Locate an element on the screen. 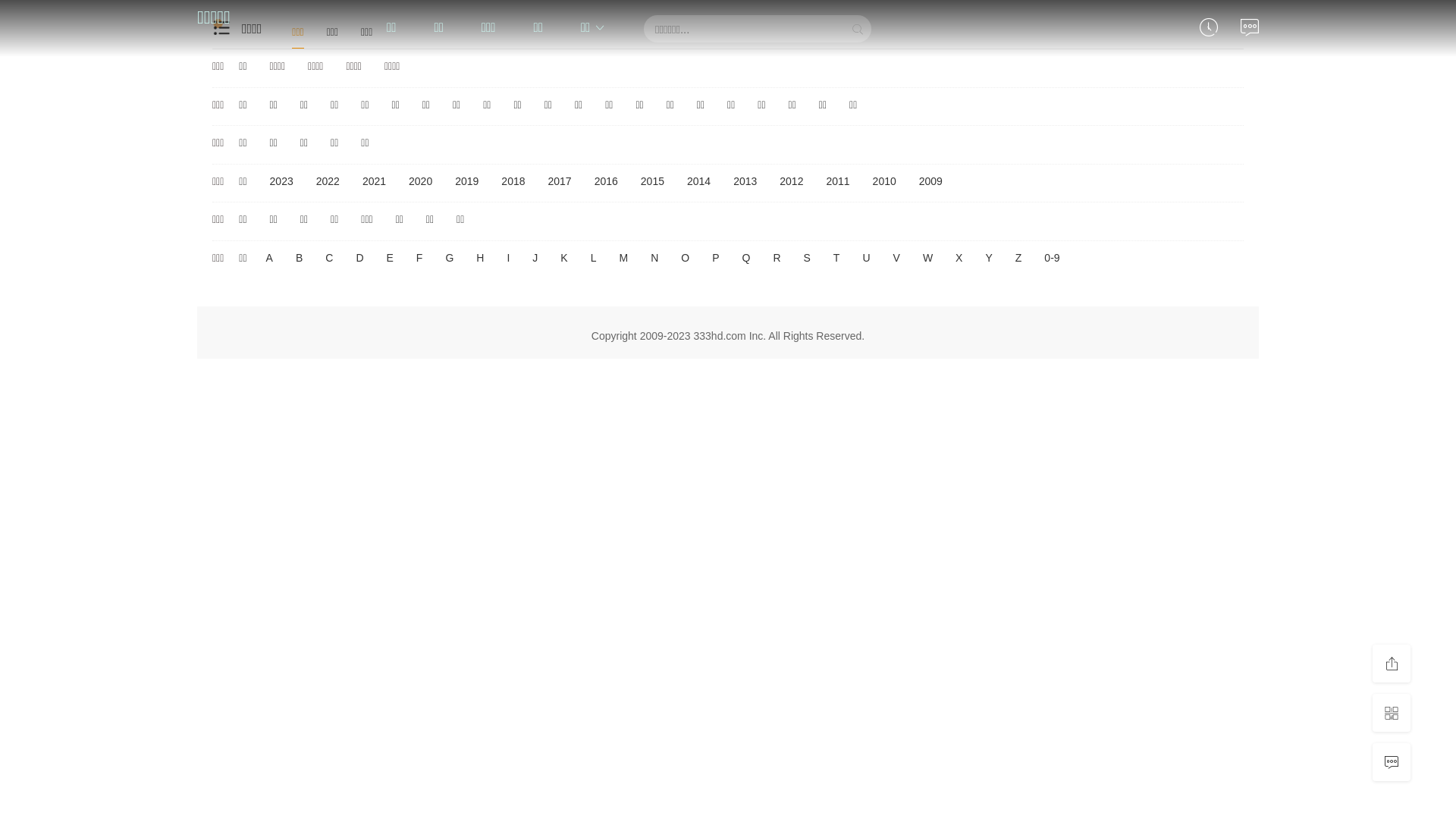 The width and height of the screenshot is (1456, 819). '2011' is located at coordinates (817, 180).